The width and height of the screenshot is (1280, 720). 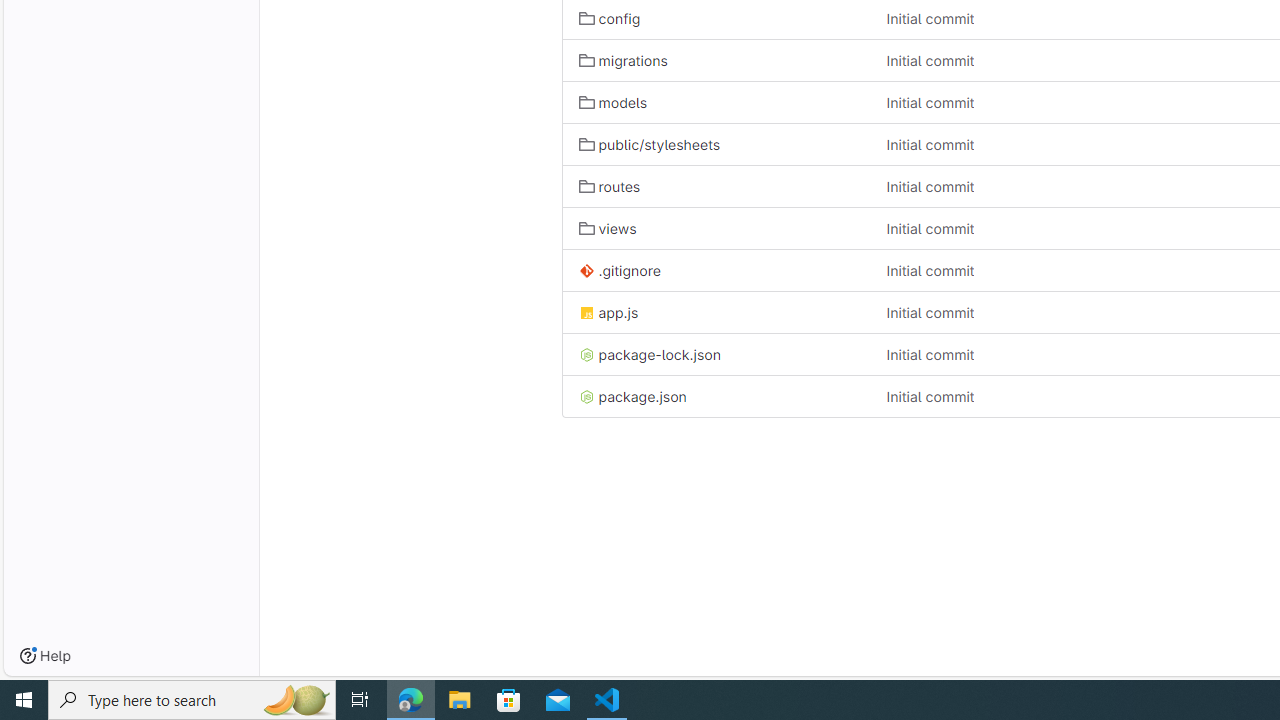 I want to click on 'models', so click(x=612, y=102).